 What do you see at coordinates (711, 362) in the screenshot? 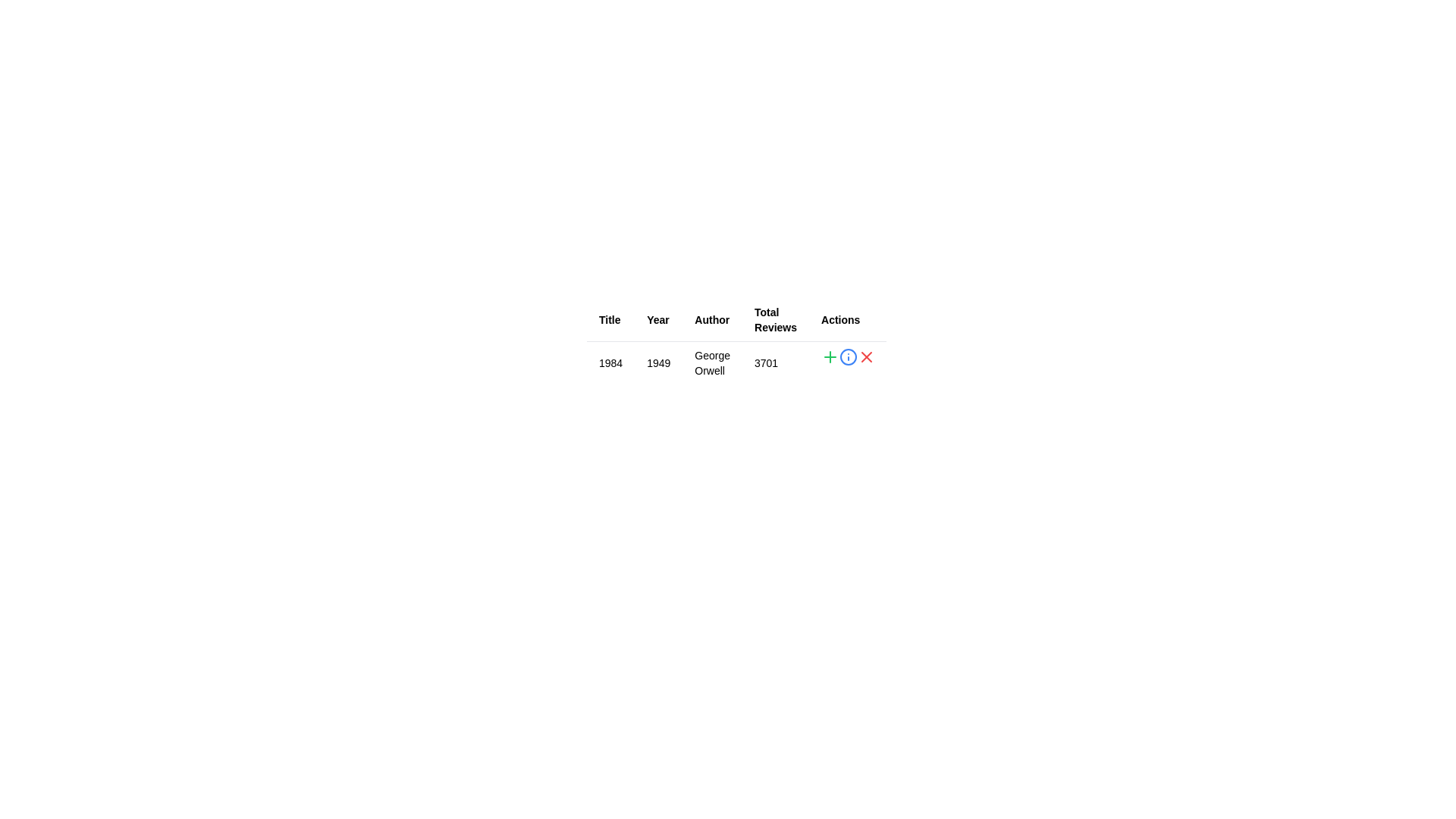
I see `the text label displaying 'George Orwell', which is in the third column of the row labeled 'Author', surrounded by '1949' on the left and '3701' on the right` at bounding box center [711, 362].